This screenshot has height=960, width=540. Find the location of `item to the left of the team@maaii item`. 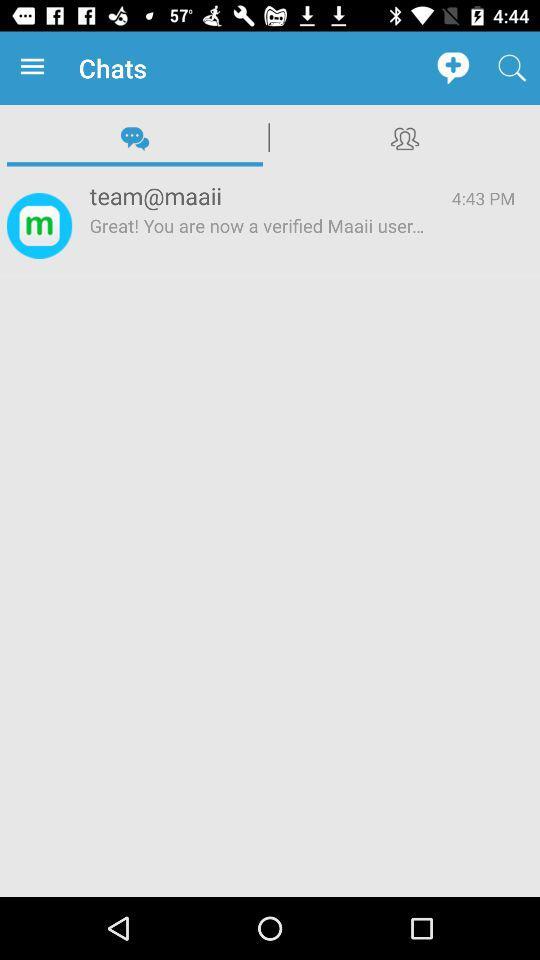

item to the left of the team@maaii item is located at coordinates (39, 225).